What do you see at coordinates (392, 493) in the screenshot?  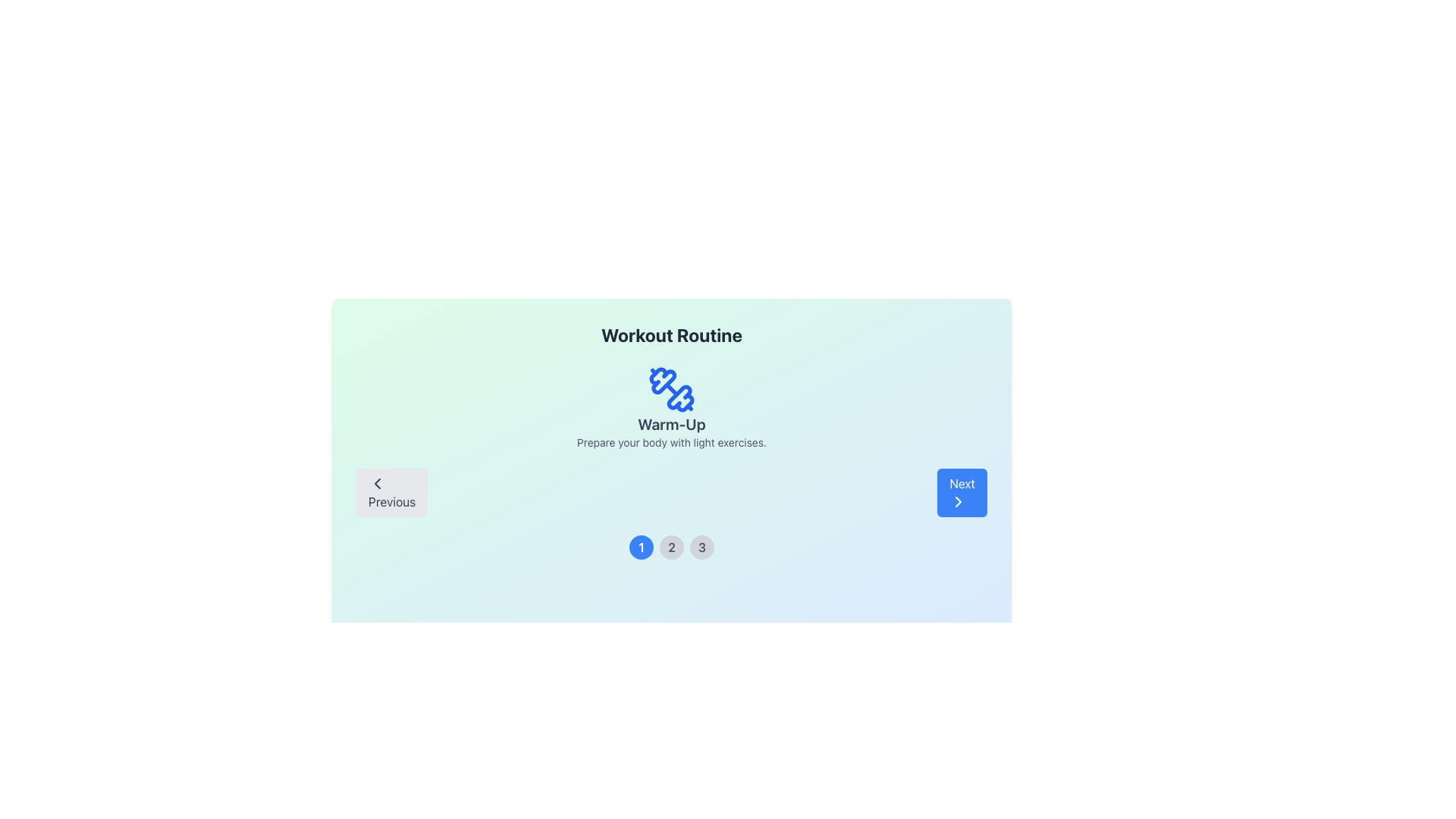 I see `the 'Previous' button with a gray background and a left-pointing chevron icon` at bounding box center [392, 493].